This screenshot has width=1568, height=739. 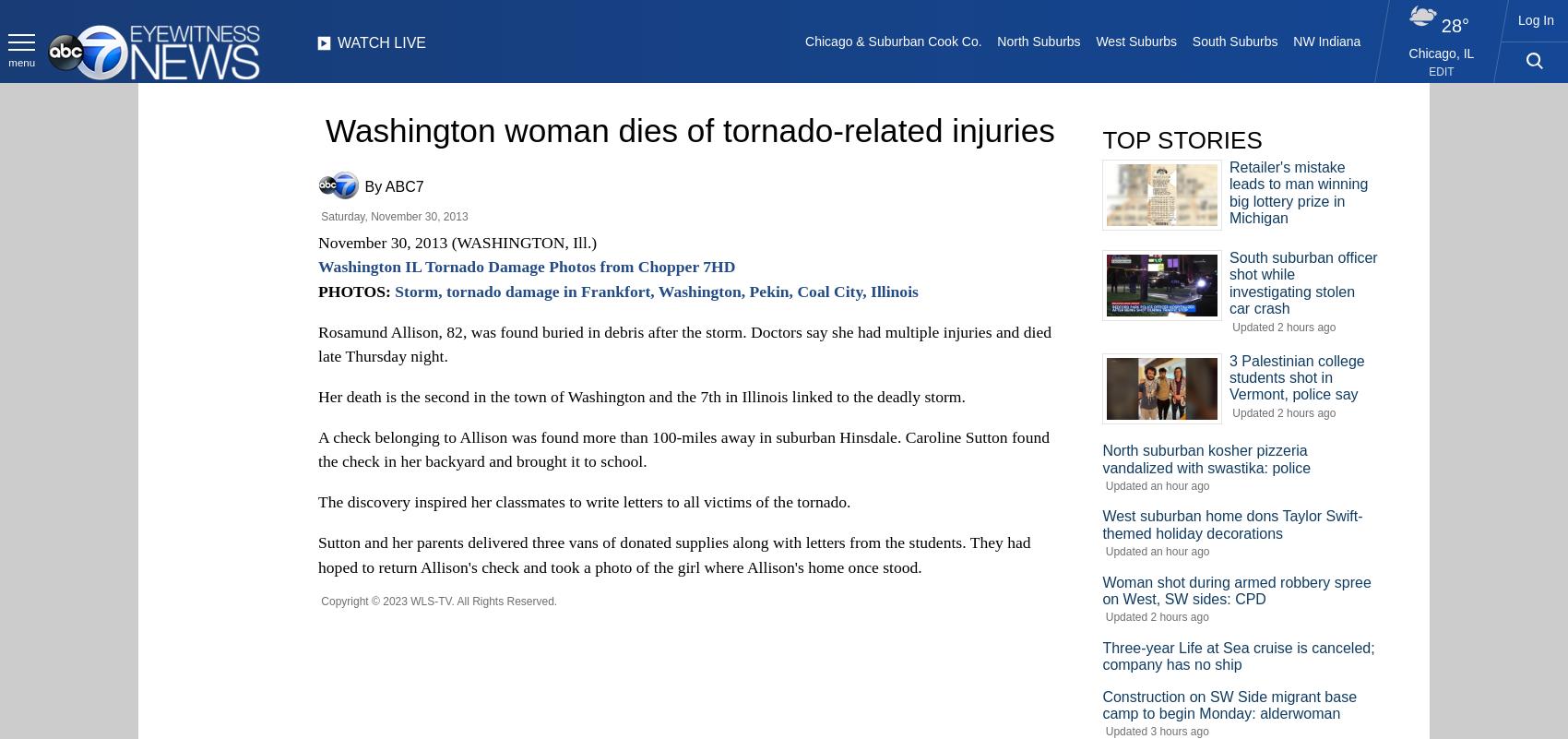 What do you see at coordinates (1325, 41) in the screenshot?
I see `'NW Indiana'` at bounding box center [1325, 41].